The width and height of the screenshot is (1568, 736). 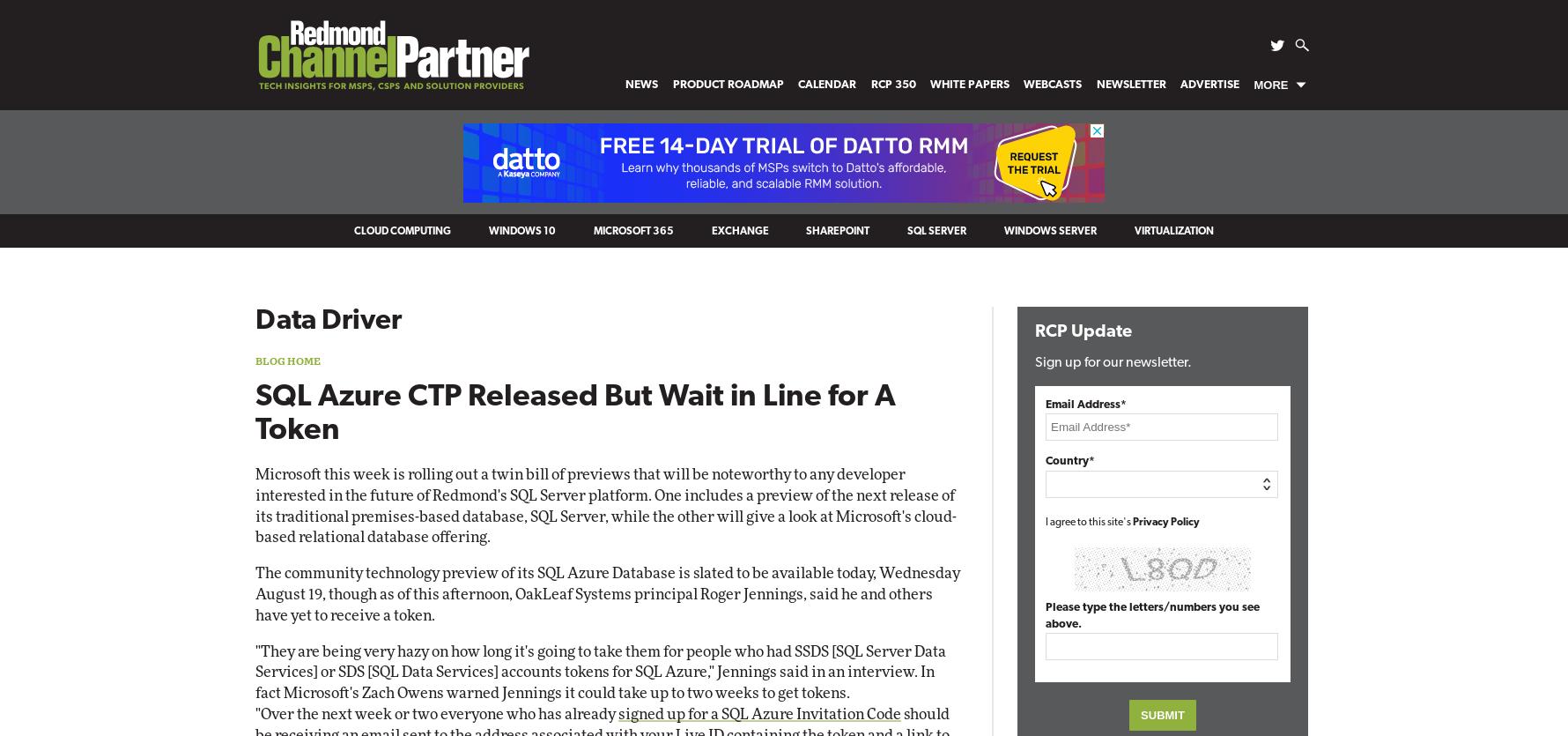 What do you see at coordinates (606, 594) in the screenshot?
I see `'The community technology preview of its SQL Azure Database is slated to be available today, Wednesday August 19, though as of this afternoon, OakLeaf Systems principal Roger Jennings, said he and others have yet to receive a token.'` at bounding box center [606, 594].